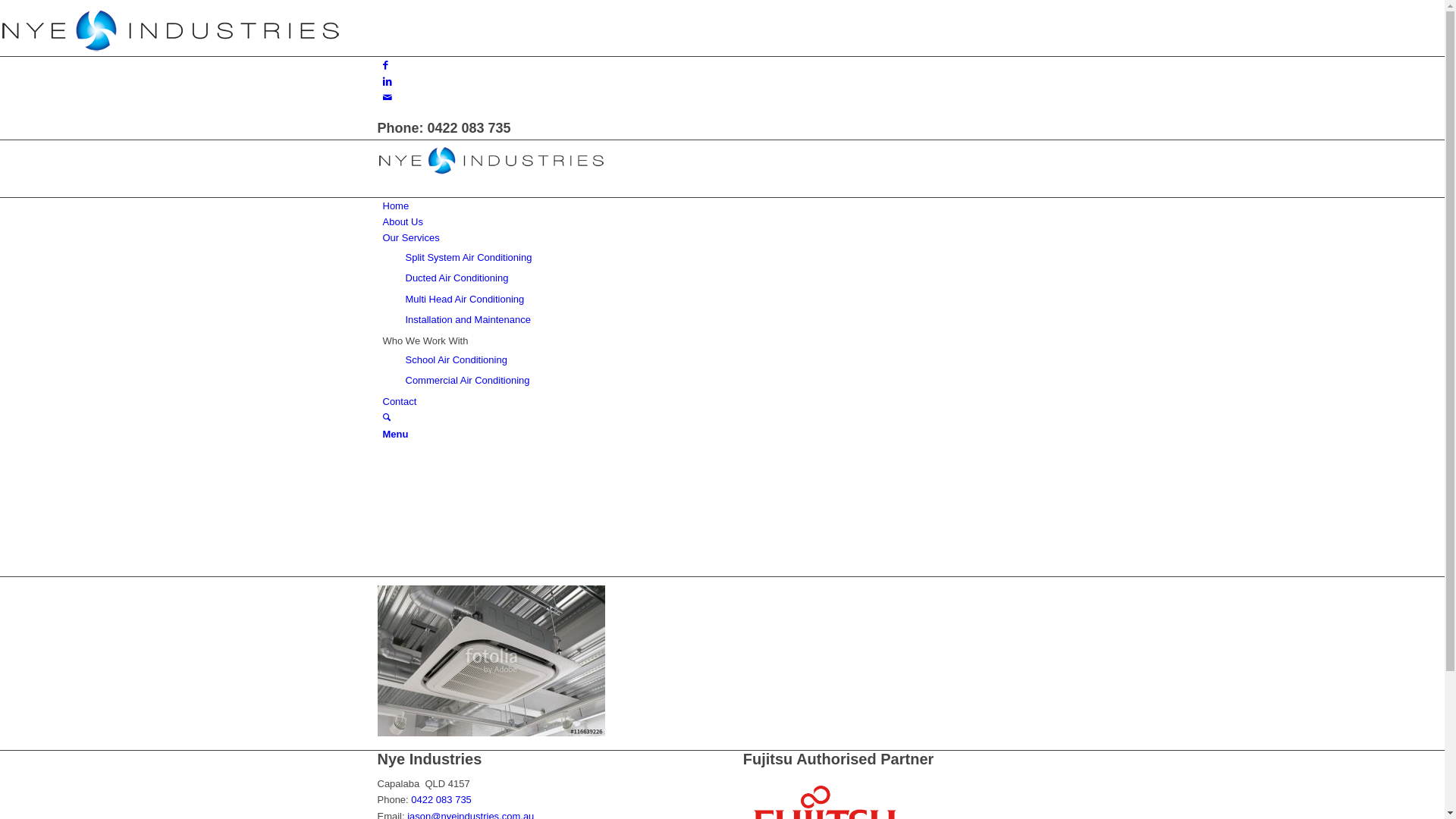 The height and width of the screenshot is (819, 1456). I want to click on 'About Us', so click(402, 221).